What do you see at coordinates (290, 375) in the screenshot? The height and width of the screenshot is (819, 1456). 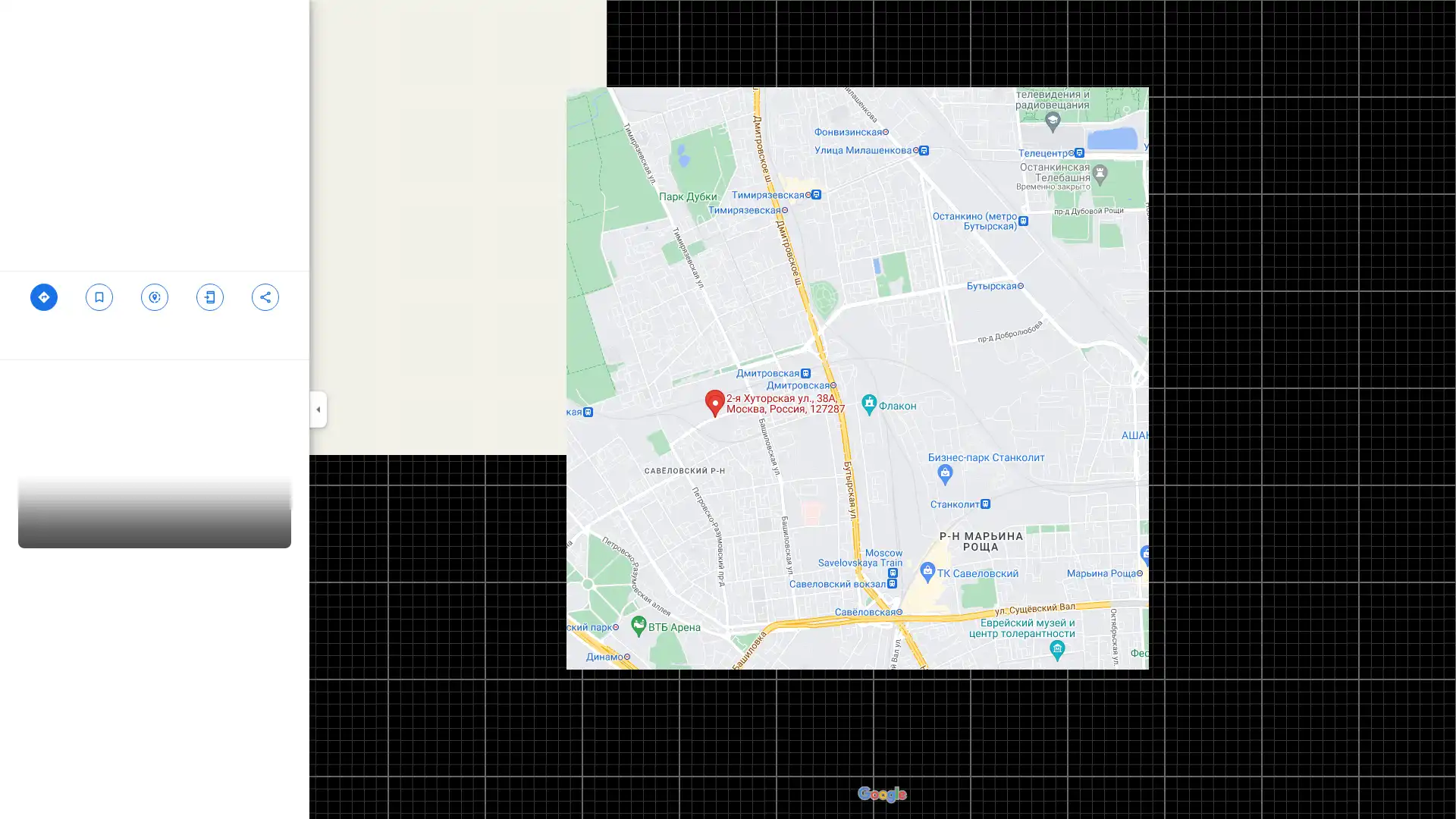 I see `+` at bounding box center [290, 375].